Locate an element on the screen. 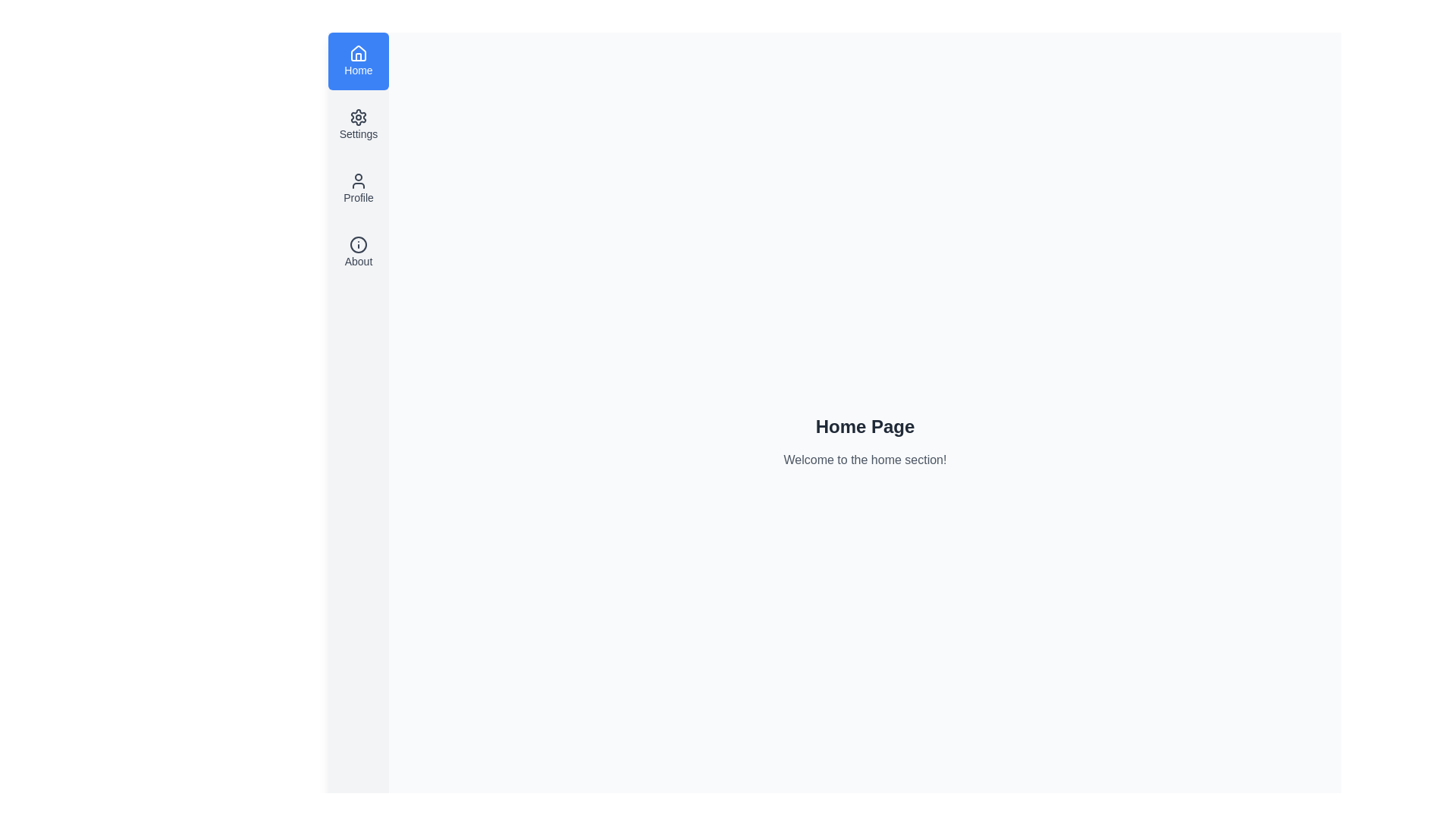 Image resolution: width=1456 pixels, height=819 pixels. the sidebar menu option Settings is located at coordinates (358, 124).